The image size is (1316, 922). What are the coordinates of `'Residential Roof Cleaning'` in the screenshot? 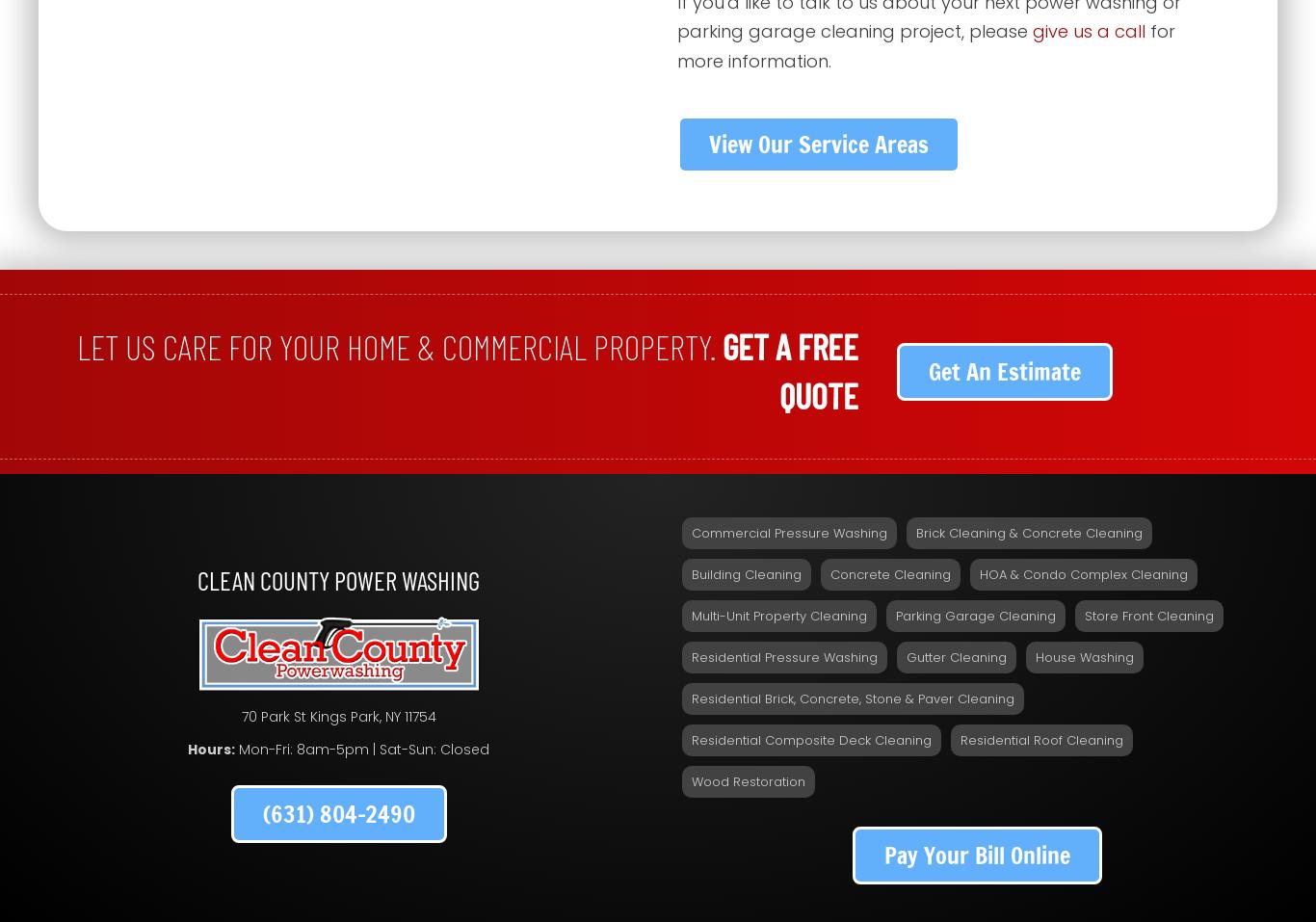 It's located at (1040, 738).